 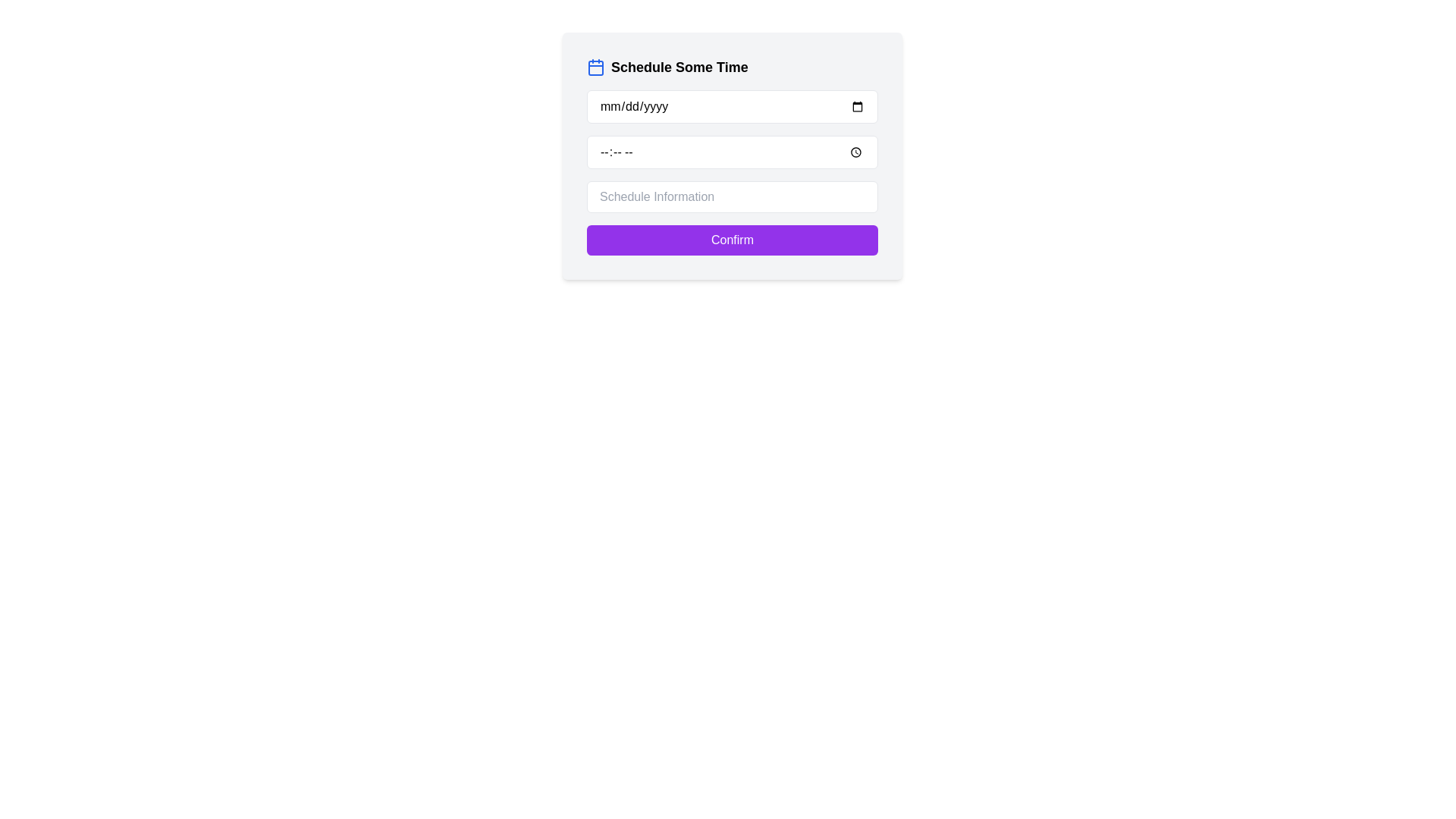 I want to click on the calendar icon with a blue outline, located to the left of the 'Schedule Some Time' text in the heading section, so click(x=595, y=66).